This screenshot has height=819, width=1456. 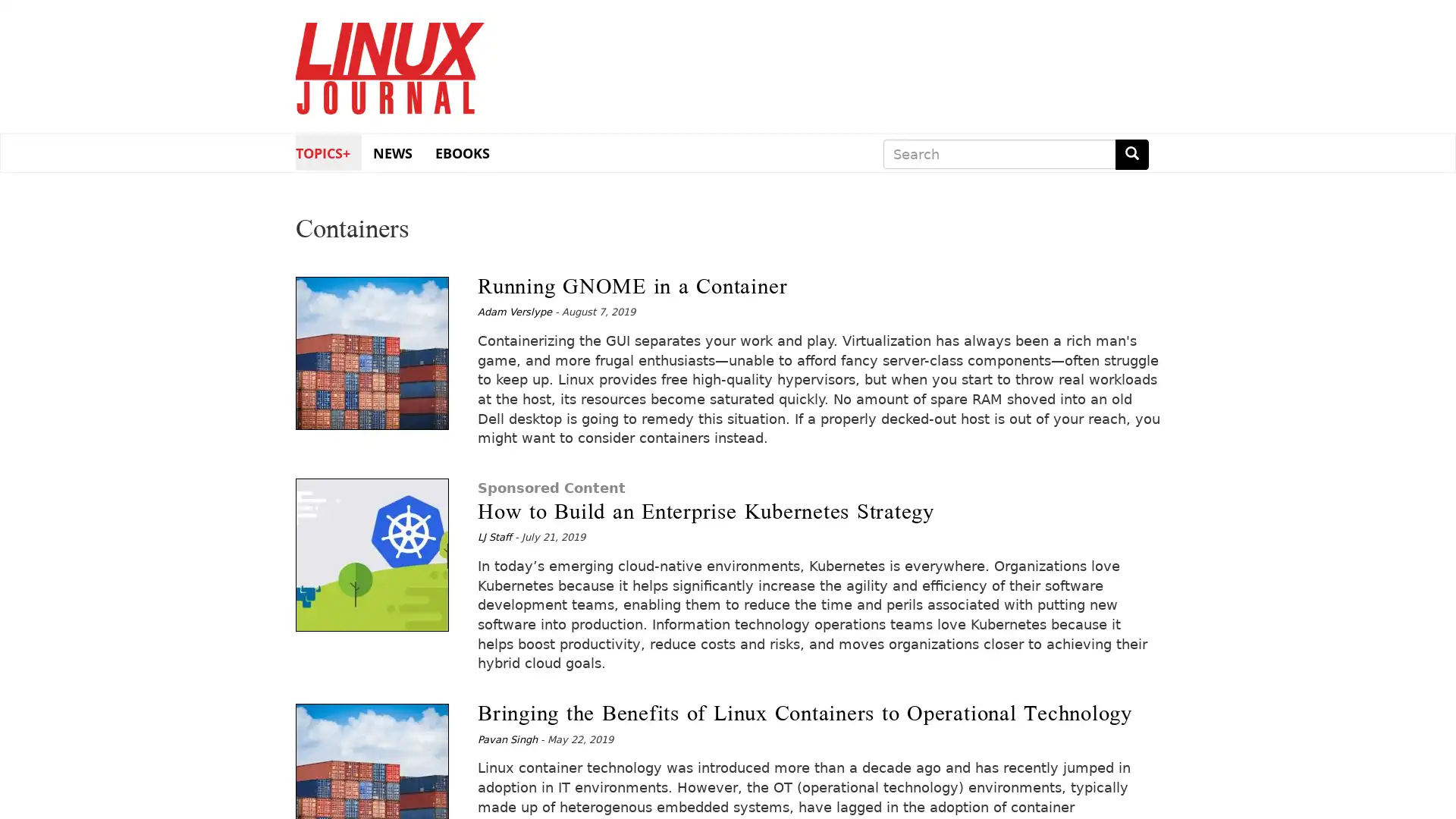 What do you see at coordinates (1131, 154) in the screenshot?
I see `Search` at bounding box center [1131, 154].